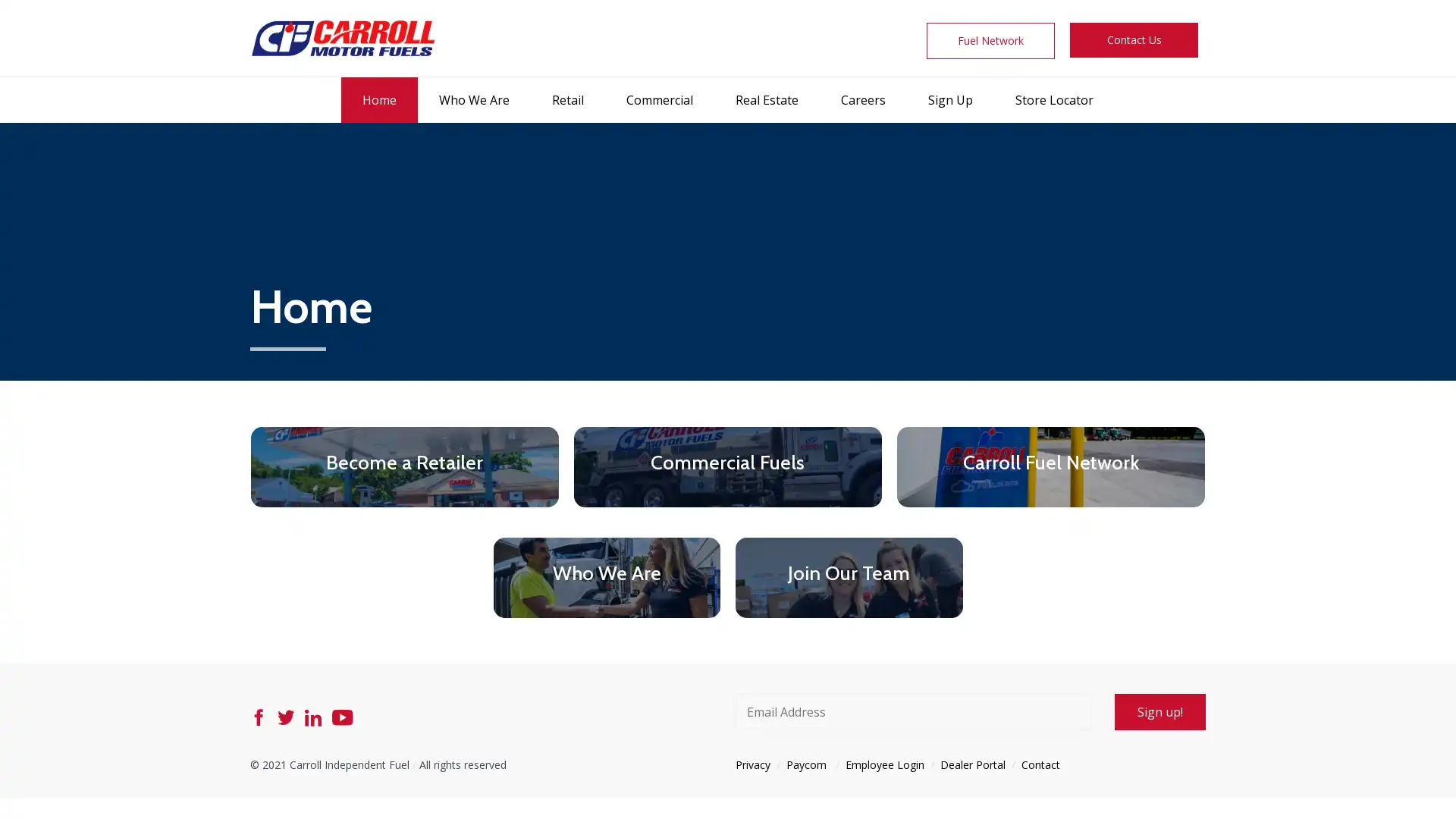  Describe the element at coordinates (1133, 39) in the screenshot. I see `Contact Us` at that location.